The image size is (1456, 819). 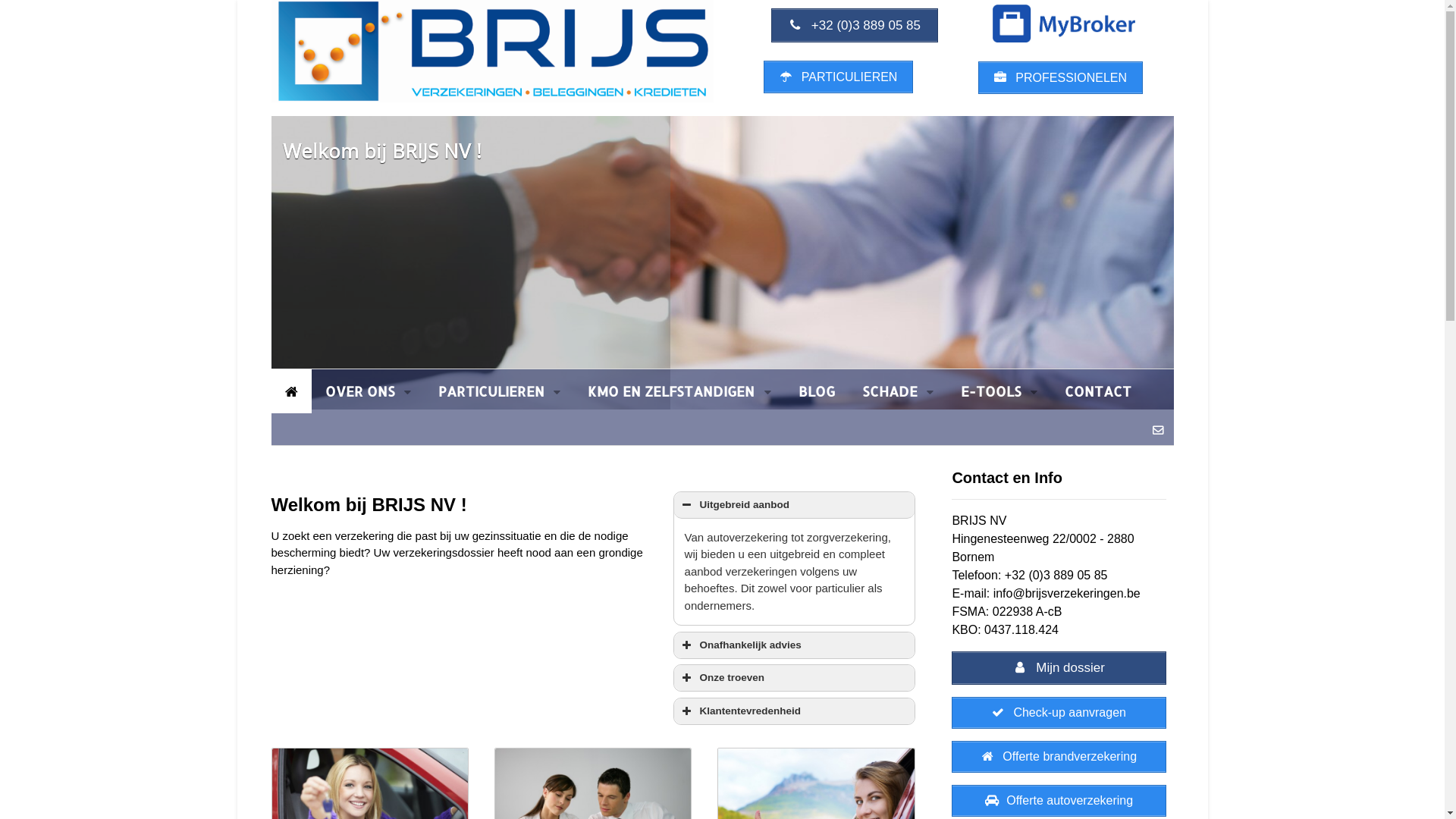 I want to click on 'PROFESSIONELEN', so click(x=1059, y=77).